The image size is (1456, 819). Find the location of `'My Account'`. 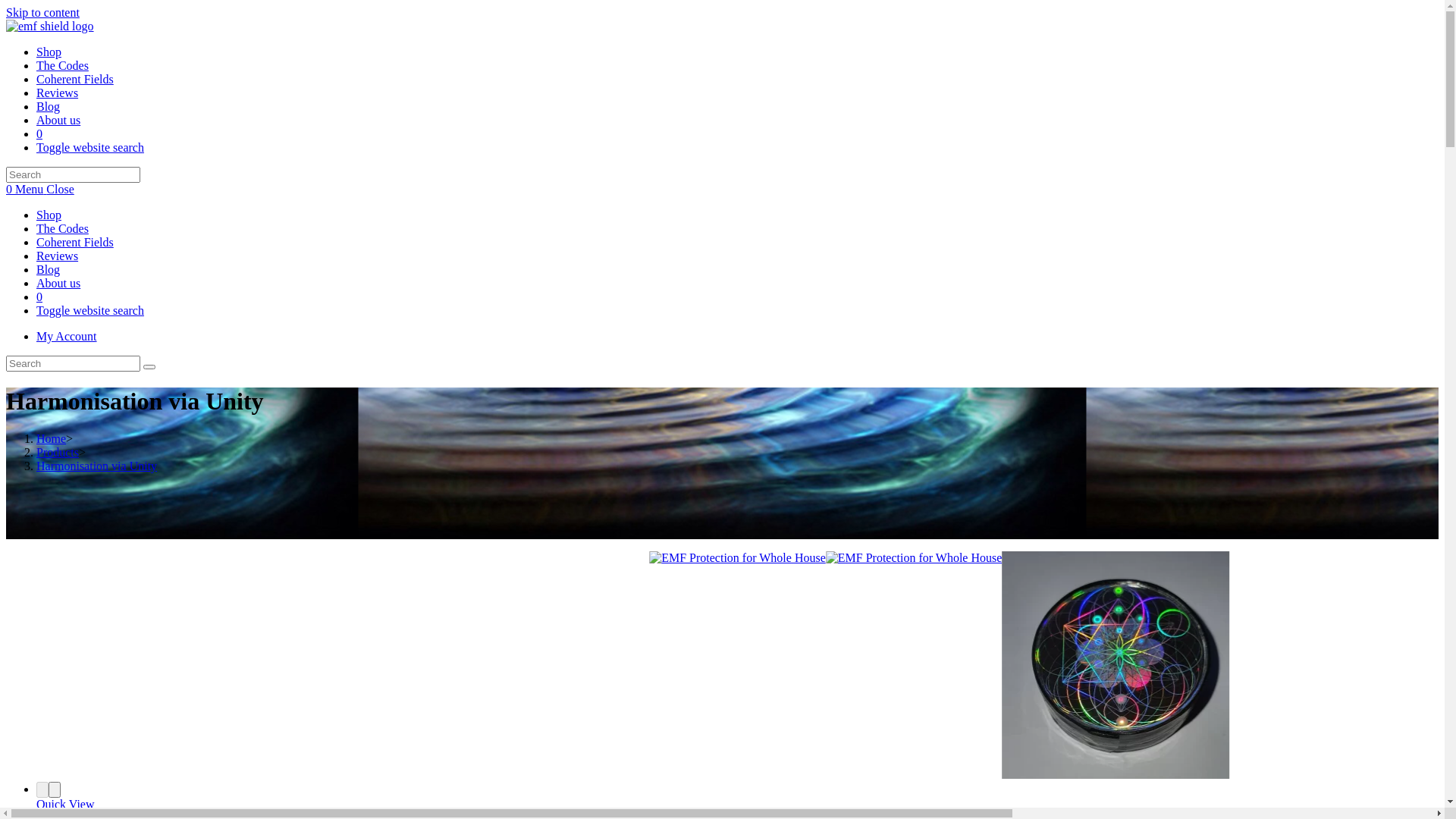

'My Account' is located at coordinates (65, 335).